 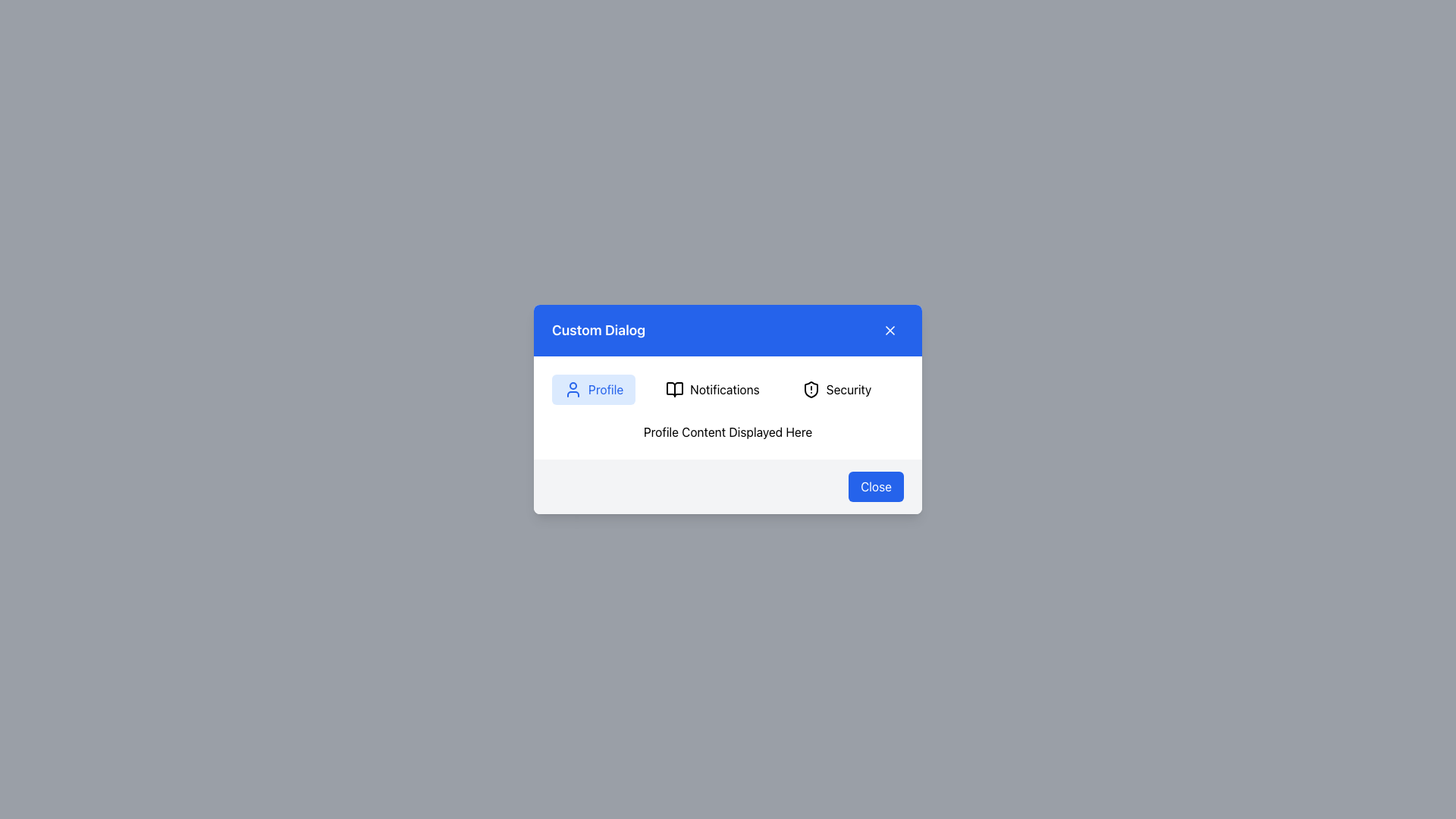 What do you see at coordinates (876, 486) in the screenshot?
I see `the close button located at the bottom-right corner of the dialog box footer` at bounding box center [876, 486].